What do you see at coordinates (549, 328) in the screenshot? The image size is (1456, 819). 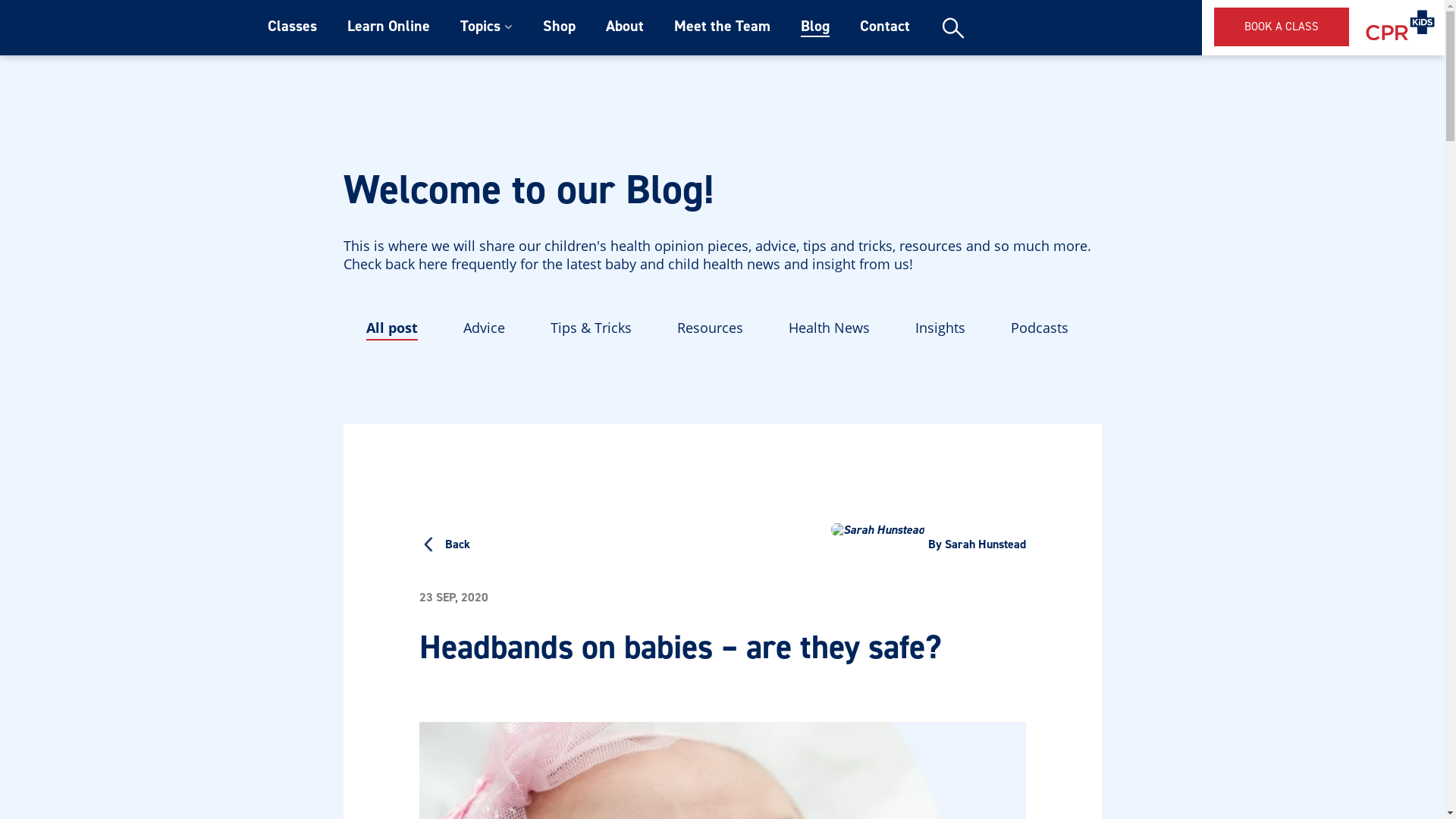 I see `'Tips & Tricks'` at bounding box center [549, 328].